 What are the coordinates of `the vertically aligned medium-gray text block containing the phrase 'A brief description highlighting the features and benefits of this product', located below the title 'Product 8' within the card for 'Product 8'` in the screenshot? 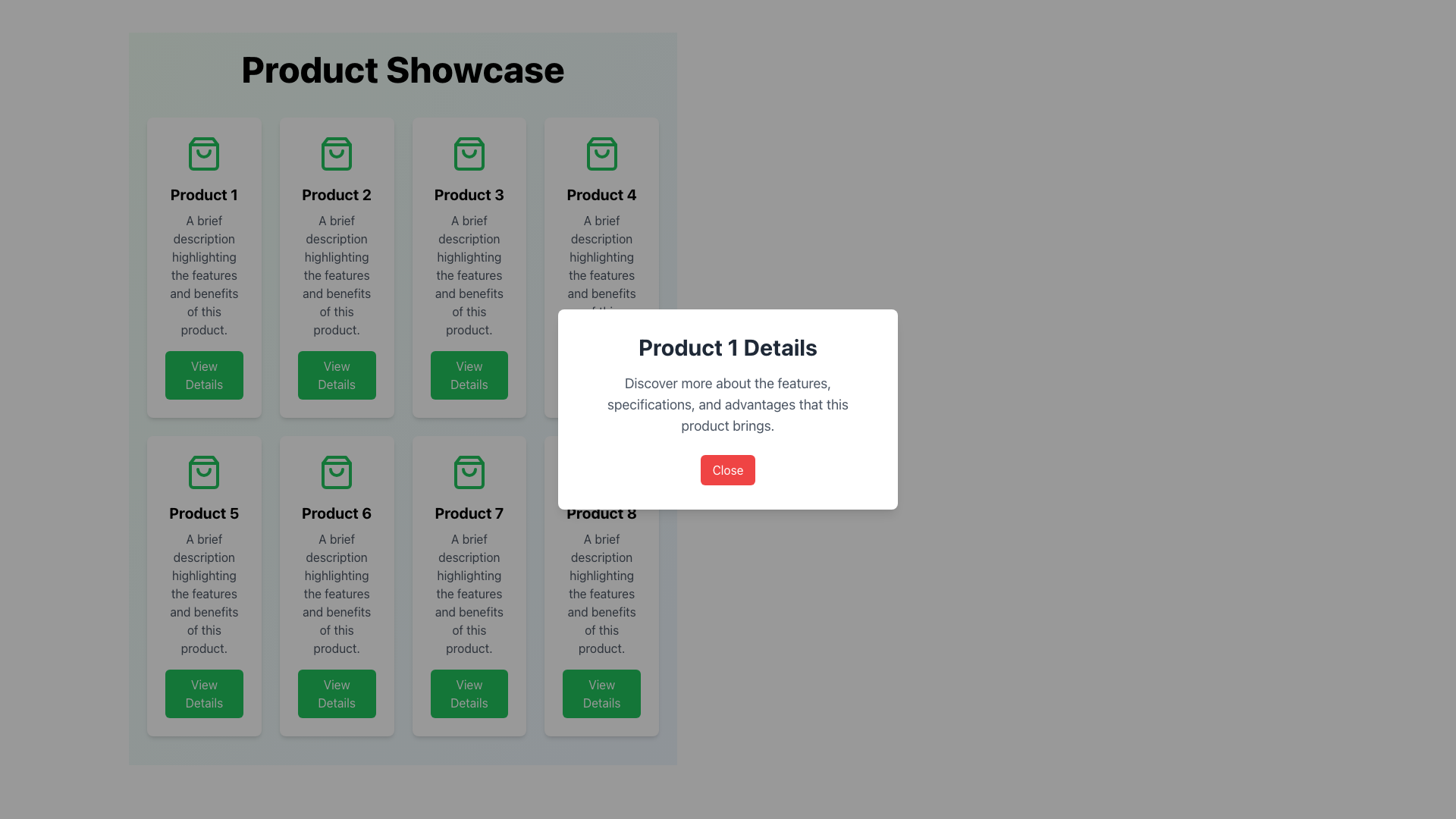 It's located at (601, 593).